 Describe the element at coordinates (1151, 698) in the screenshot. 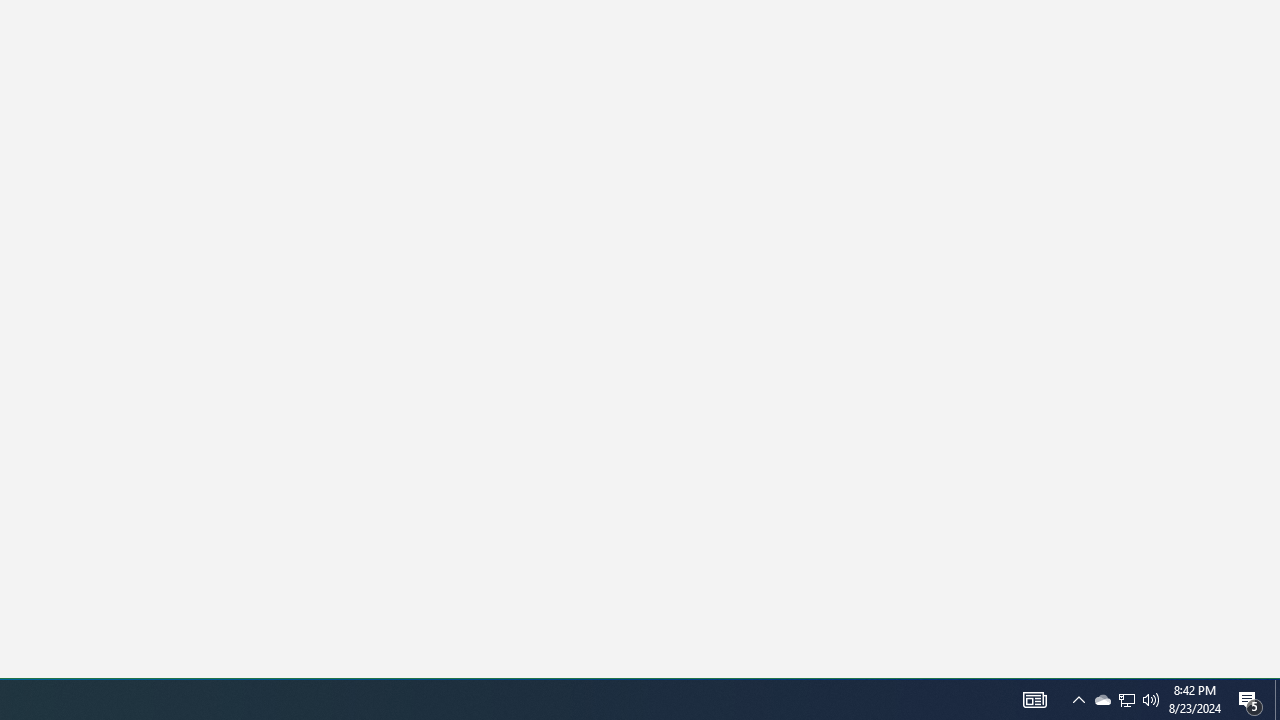

I see `'Q2790: 100%'` at that location.